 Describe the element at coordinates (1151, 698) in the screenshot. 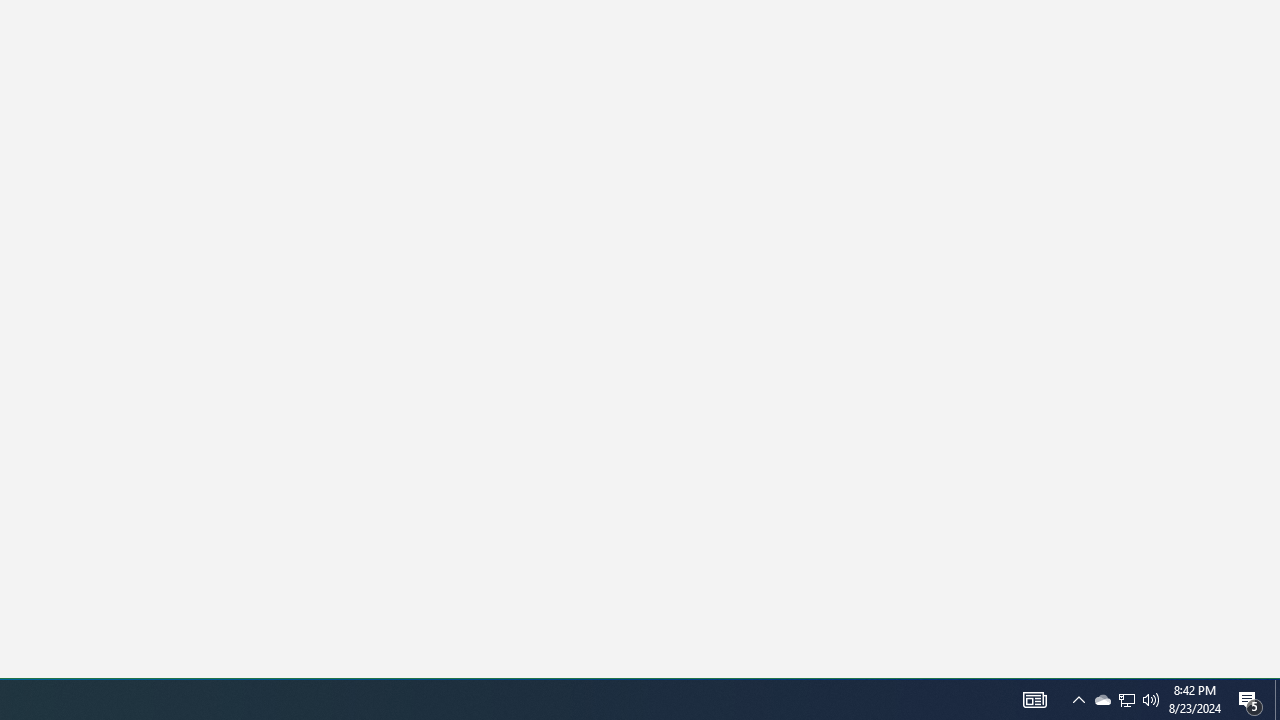

I see `'Q2790: 100%'` at that location.